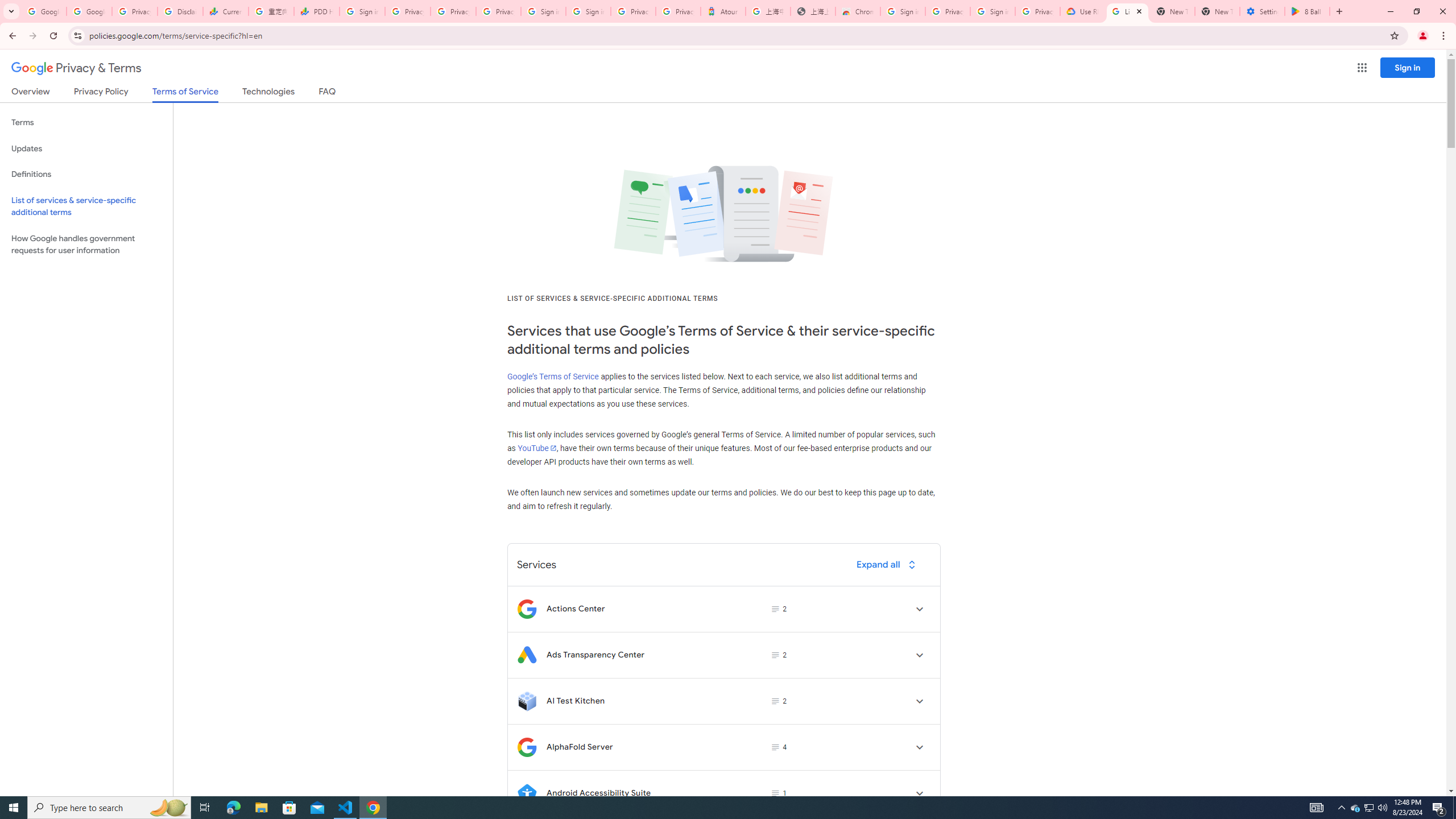 The image size is (1456, 819). What do you see at coordinates (588, 11) in the screenshot?
I see `'Sign in - Google Accounts'` at bounding box center [588, 11].